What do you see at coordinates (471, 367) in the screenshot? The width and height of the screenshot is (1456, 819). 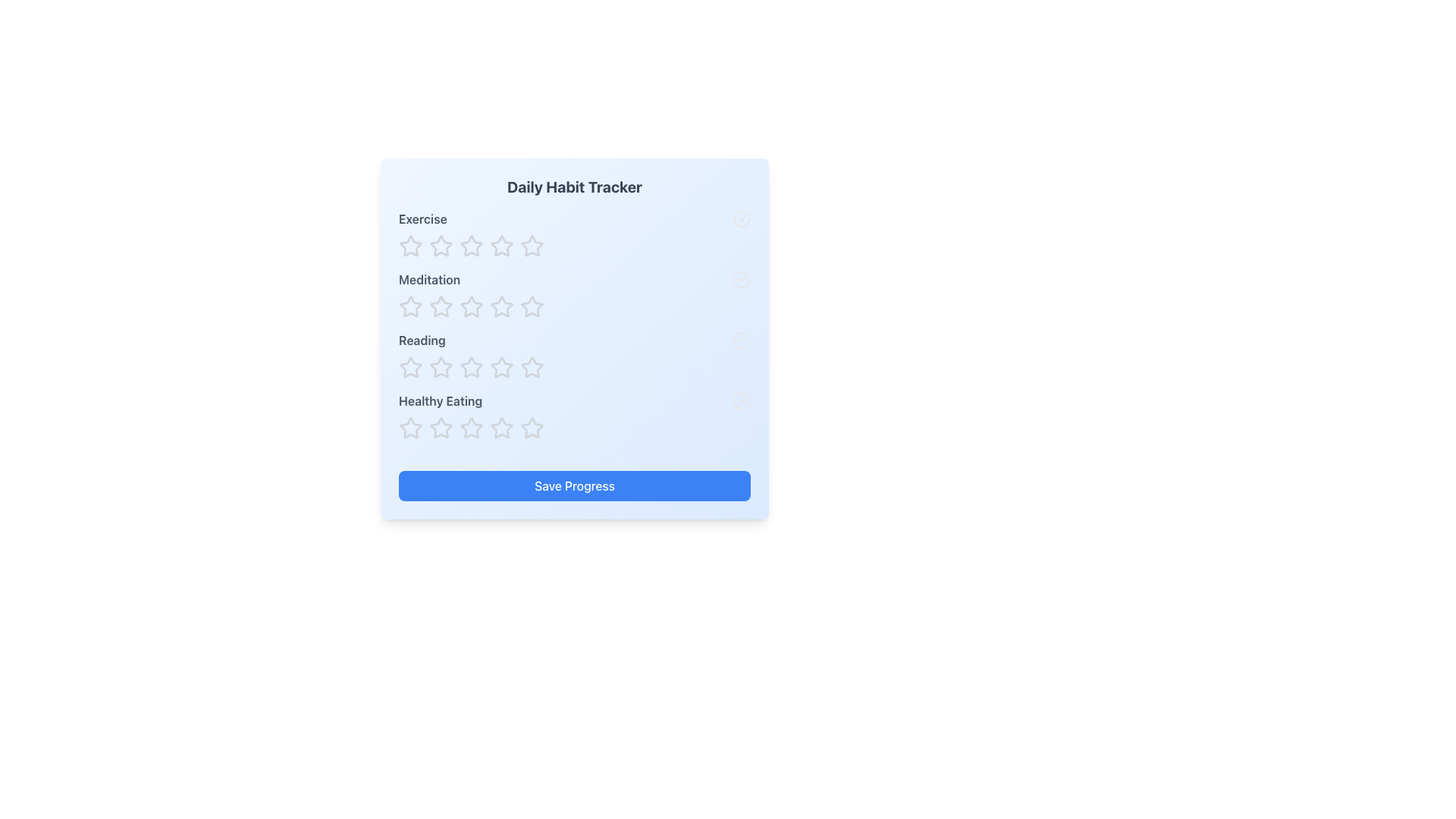 I see `the third star in the 5-star rating system for 'Reading' for keyboard interaction` at bounding box center [471, 367].